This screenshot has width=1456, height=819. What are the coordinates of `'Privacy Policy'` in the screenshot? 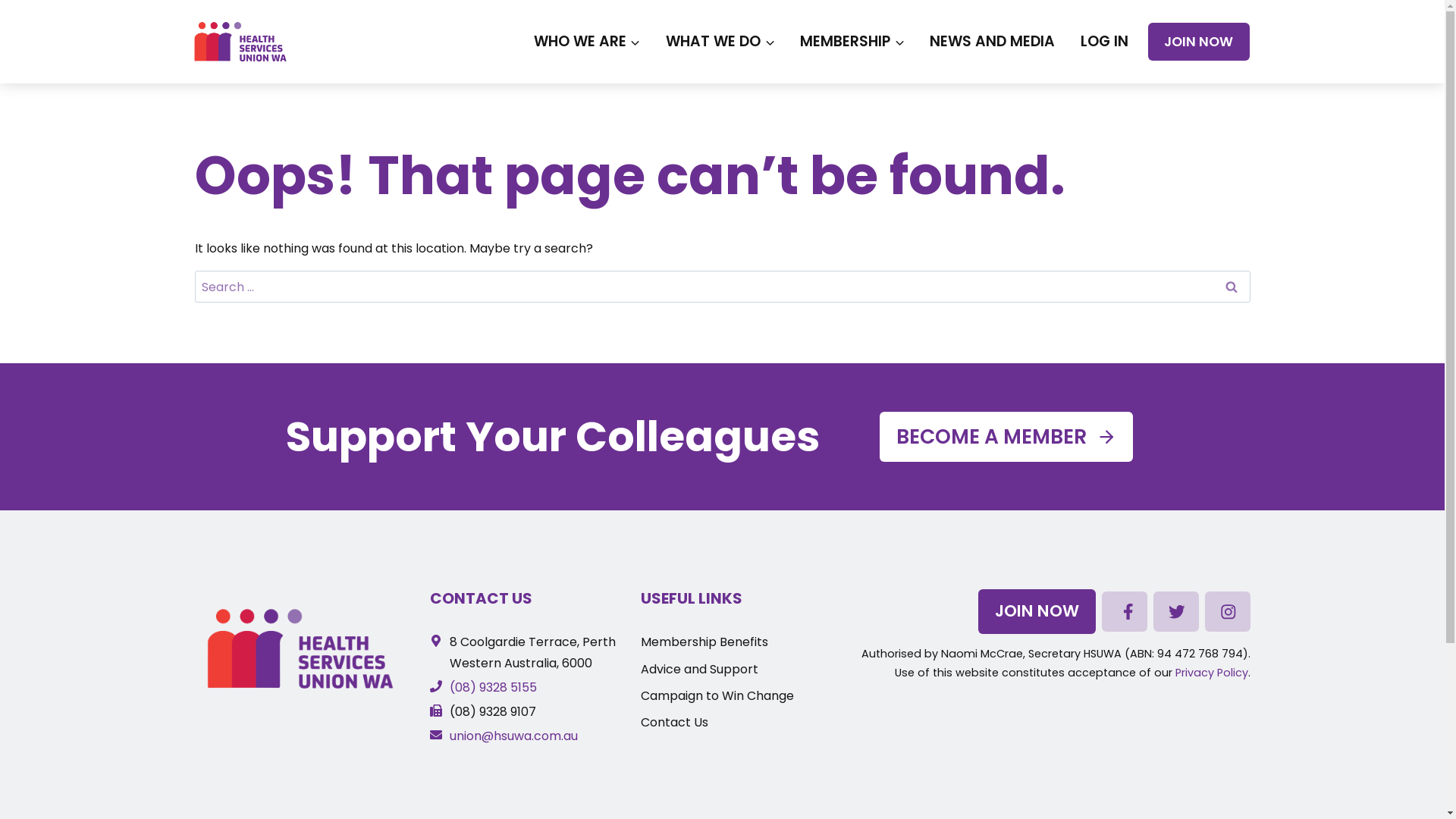 It's located at (1175, 672).